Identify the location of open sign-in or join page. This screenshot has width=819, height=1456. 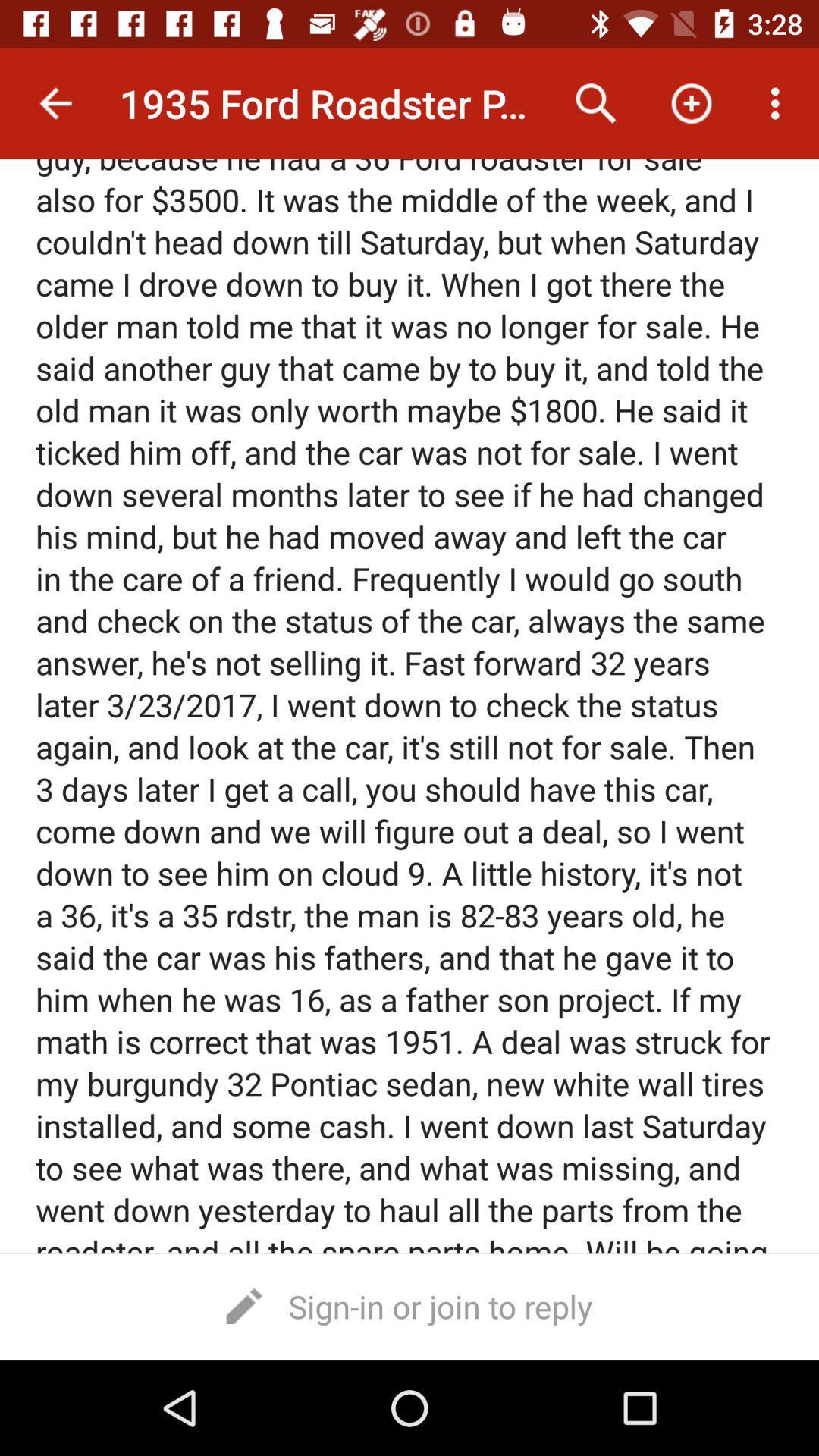
(409, 1305).